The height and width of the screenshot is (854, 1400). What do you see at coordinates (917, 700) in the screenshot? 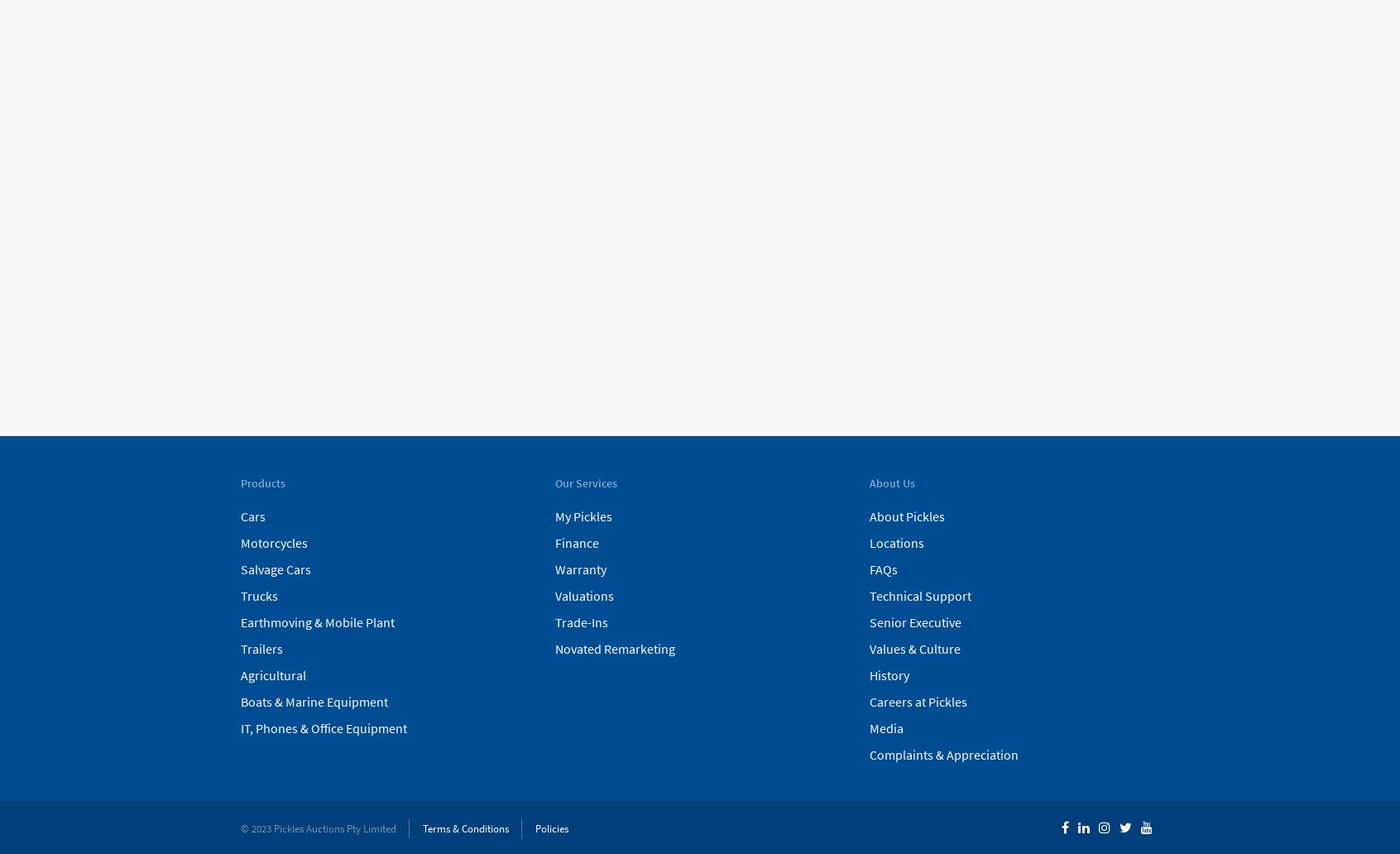
I see `'Careers at Pickles'` at bounding box center [917, 700].